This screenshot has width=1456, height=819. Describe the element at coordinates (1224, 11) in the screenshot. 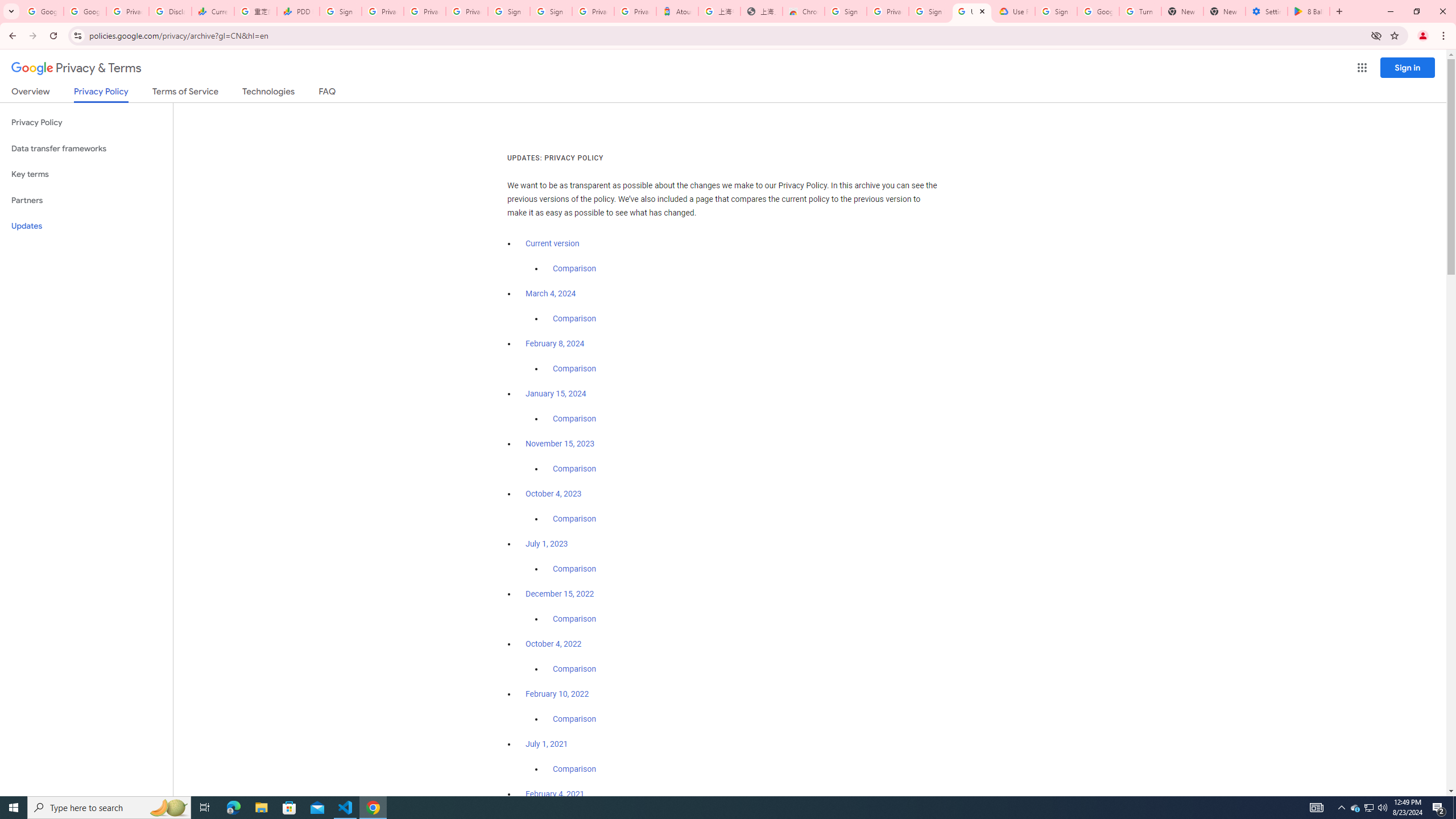

I see `'New Tab'` at that location.